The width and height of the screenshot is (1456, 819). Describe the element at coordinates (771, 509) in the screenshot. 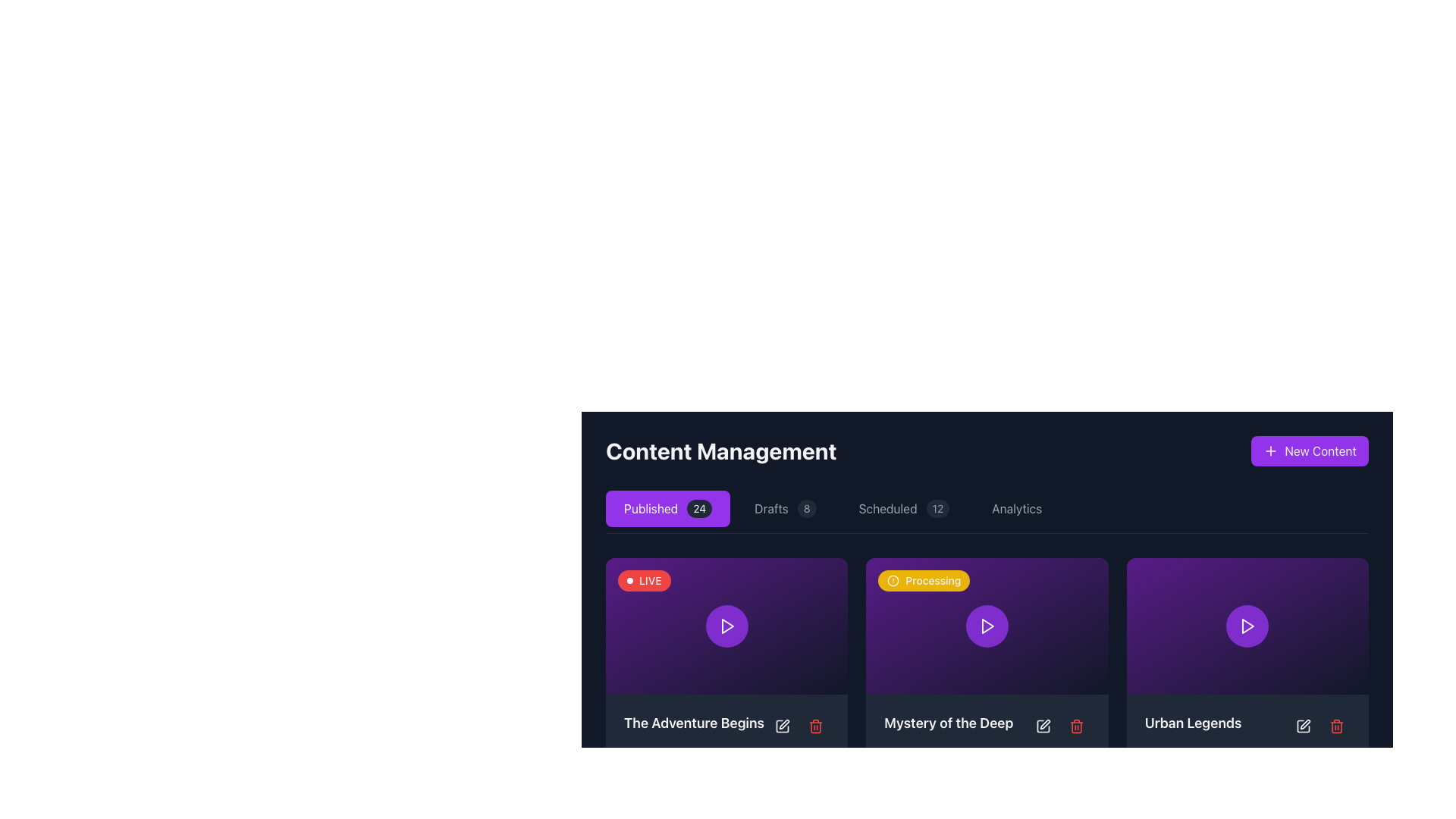

I see `the 'Drafts' text label element` at that location.